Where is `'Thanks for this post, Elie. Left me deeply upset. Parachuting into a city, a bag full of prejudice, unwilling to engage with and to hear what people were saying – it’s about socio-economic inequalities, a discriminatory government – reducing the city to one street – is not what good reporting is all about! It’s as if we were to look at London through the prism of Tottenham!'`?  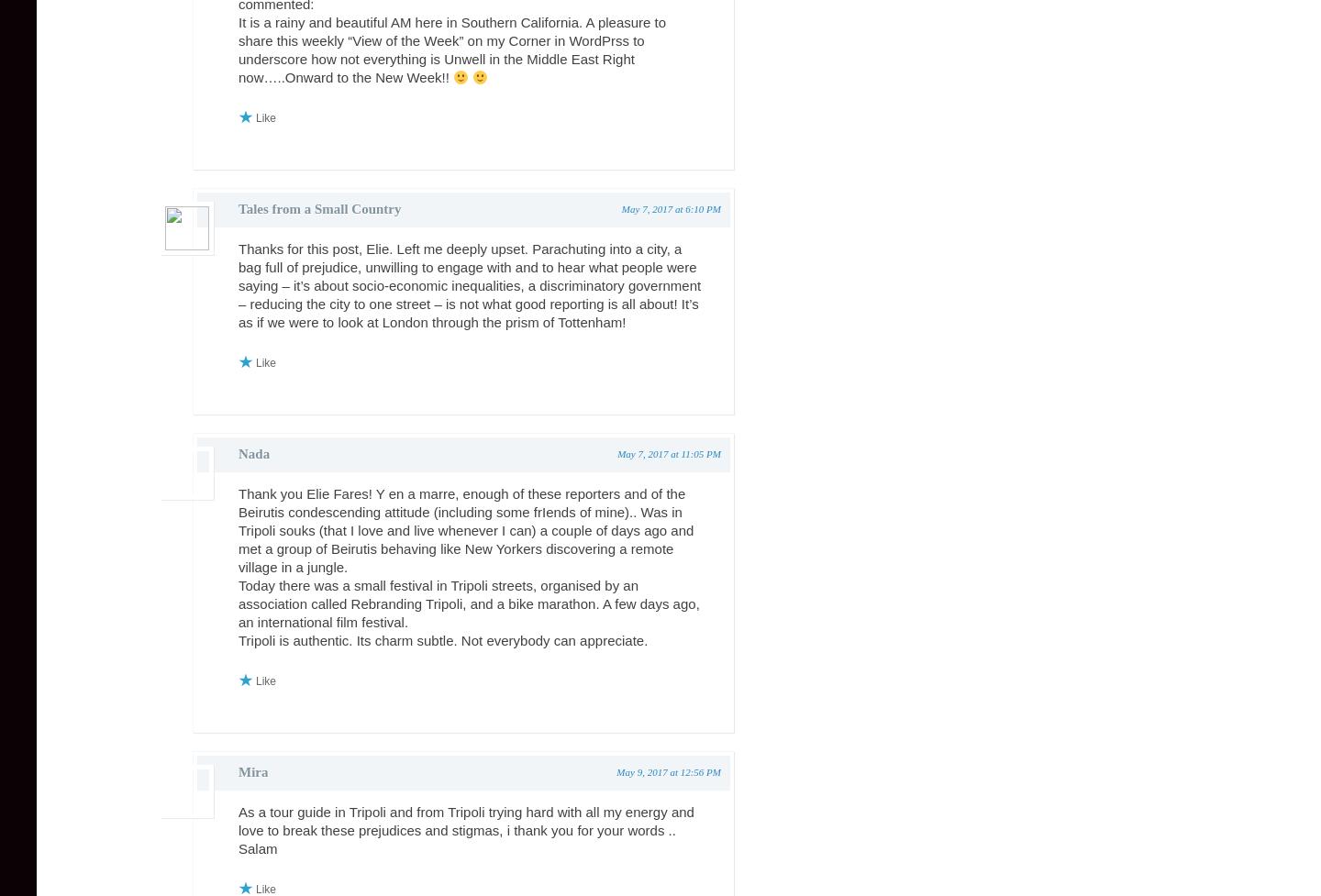 'Thanks for this post, Elie. Left me deeply upset. Parachuting into a city, a bag full of prejudice, unwilling to engage with and to hear what people were saying – it’s about socio-economic inequalities, a discriminatory government – reducing the city to one street – is not what good reporting is all about! It’s as if we were to look at London through the prism of Tottenham!' is located at coordinates (469, 284).